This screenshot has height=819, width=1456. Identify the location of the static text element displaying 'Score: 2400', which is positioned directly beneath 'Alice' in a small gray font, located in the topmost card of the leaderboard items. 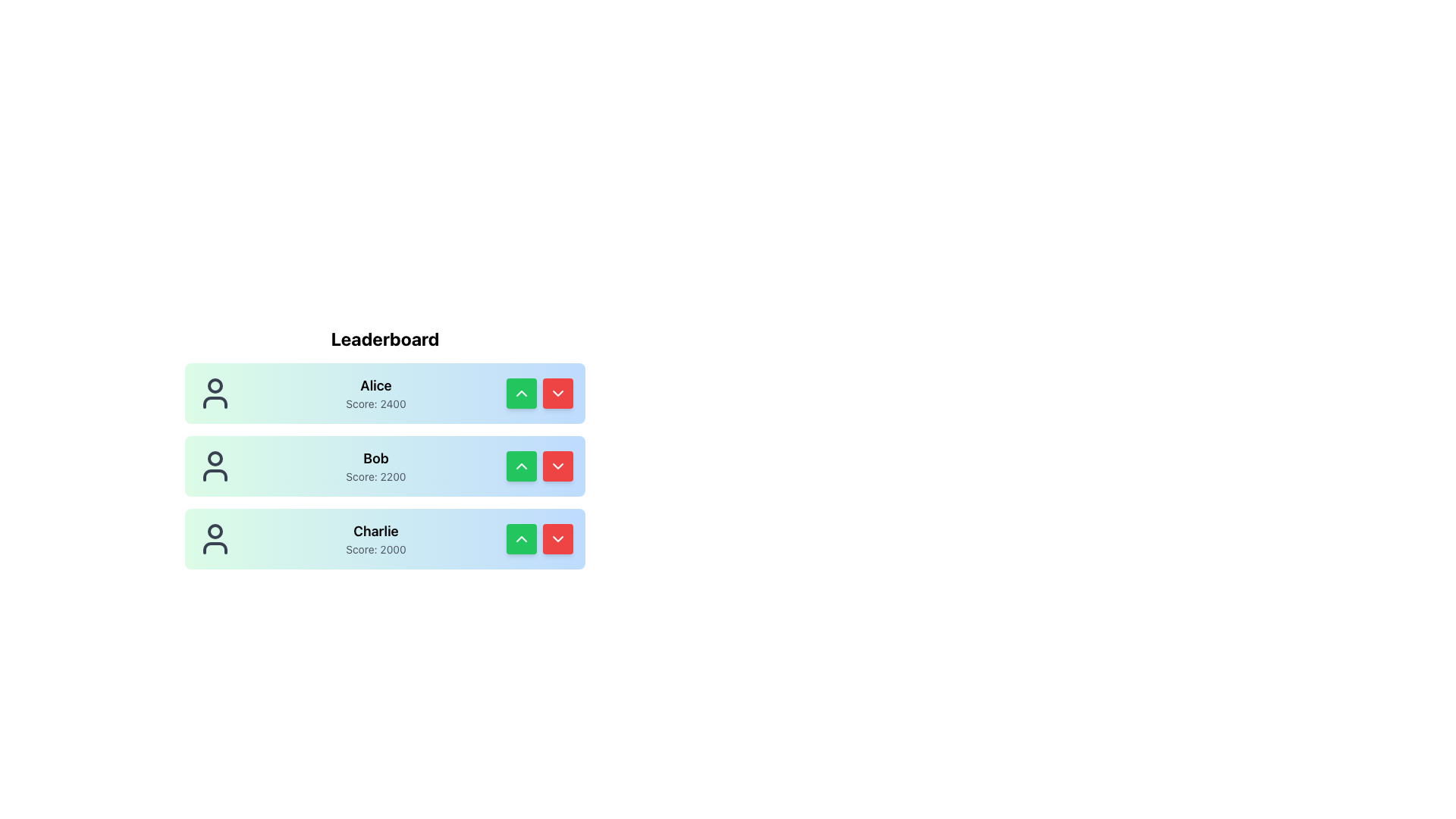
(375, 403).